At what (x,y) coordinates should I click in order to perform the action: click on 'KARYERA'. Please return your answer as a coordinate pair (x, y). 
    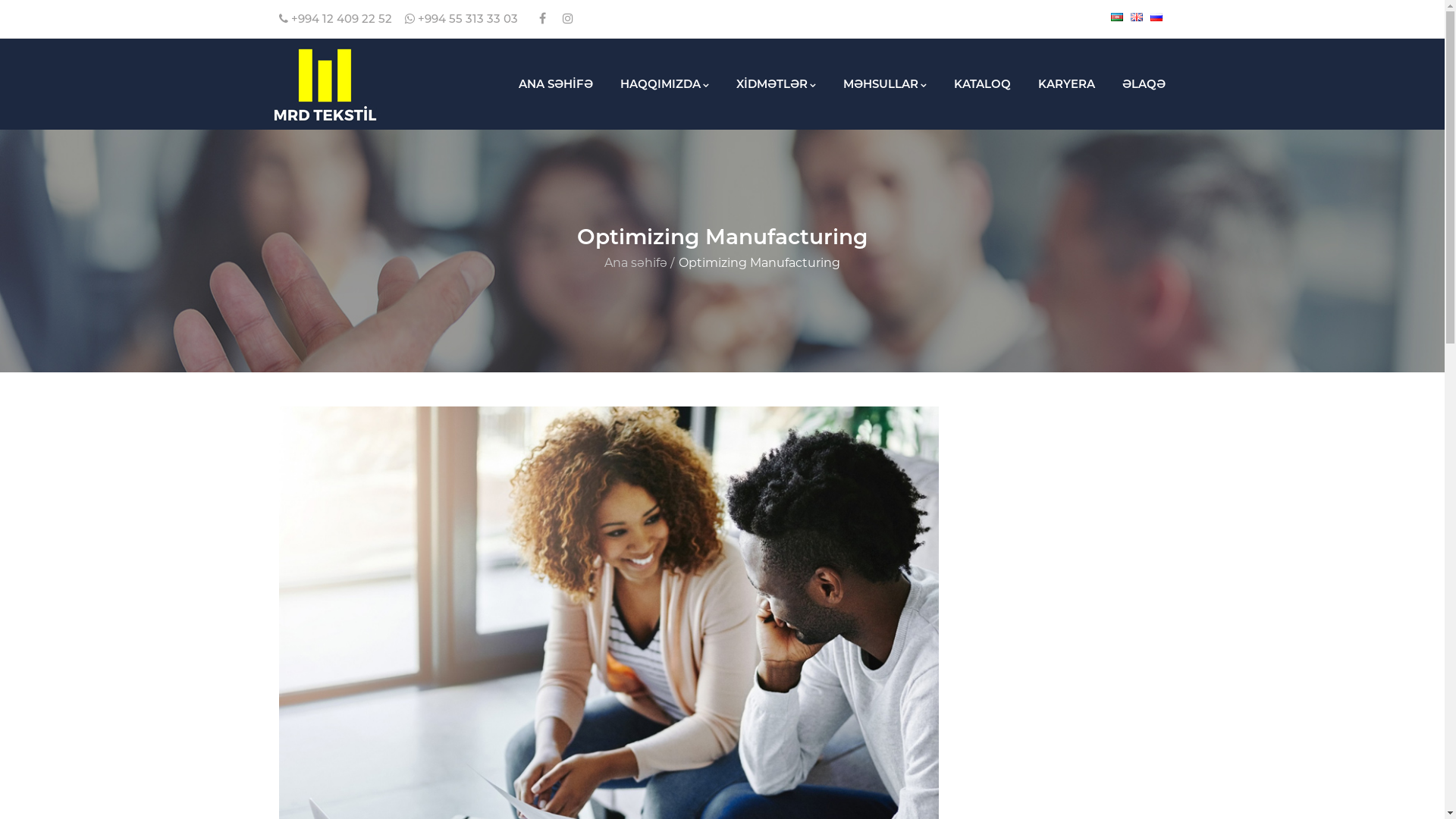
    Looking at the image, I should click on (1065, 84).